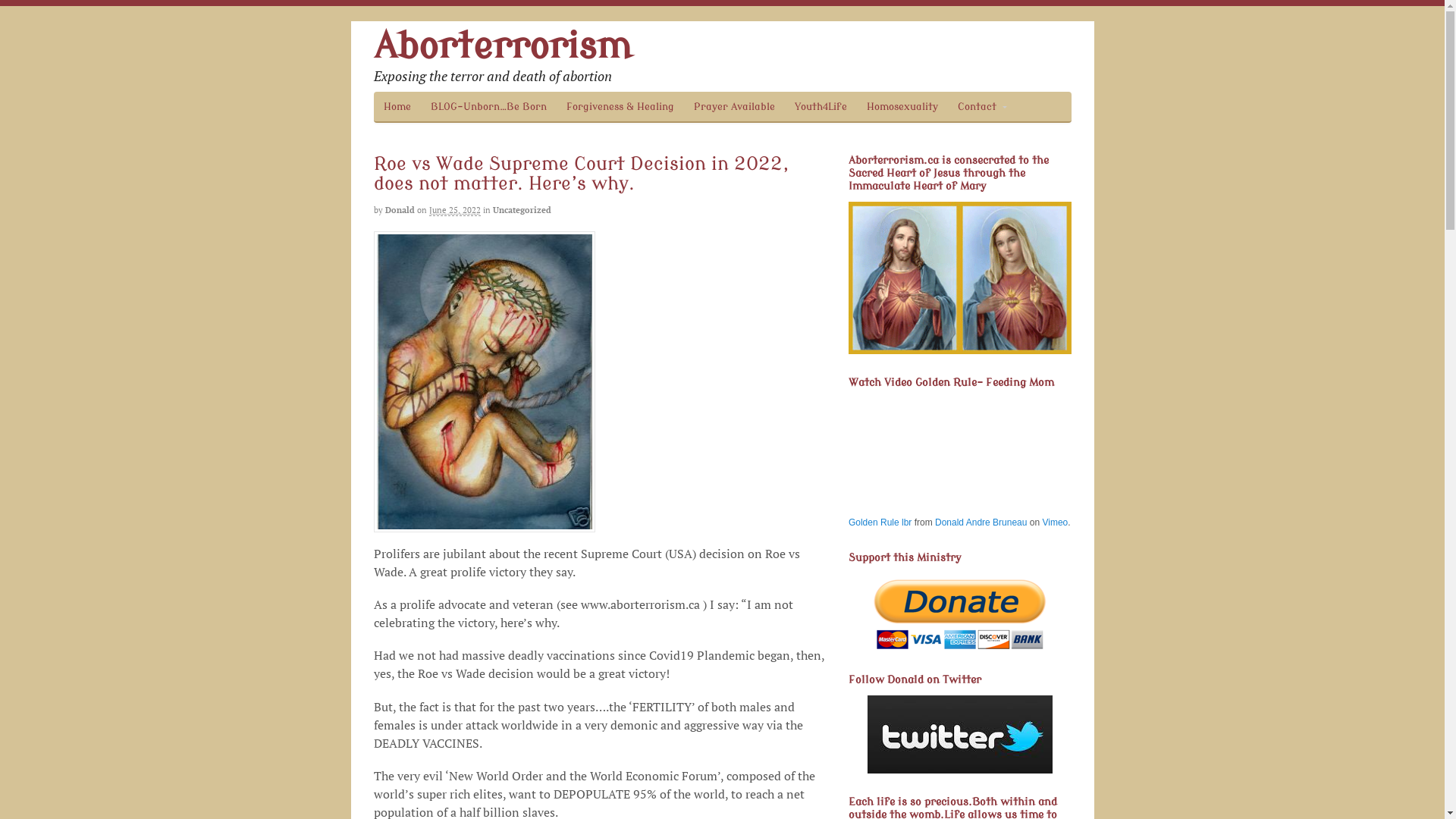 This screenshot has width=1456, height=819. Describe the element at coordinates (959, 733) in the screenshot. I see `'Follow Donald on Twitter'` at that location.